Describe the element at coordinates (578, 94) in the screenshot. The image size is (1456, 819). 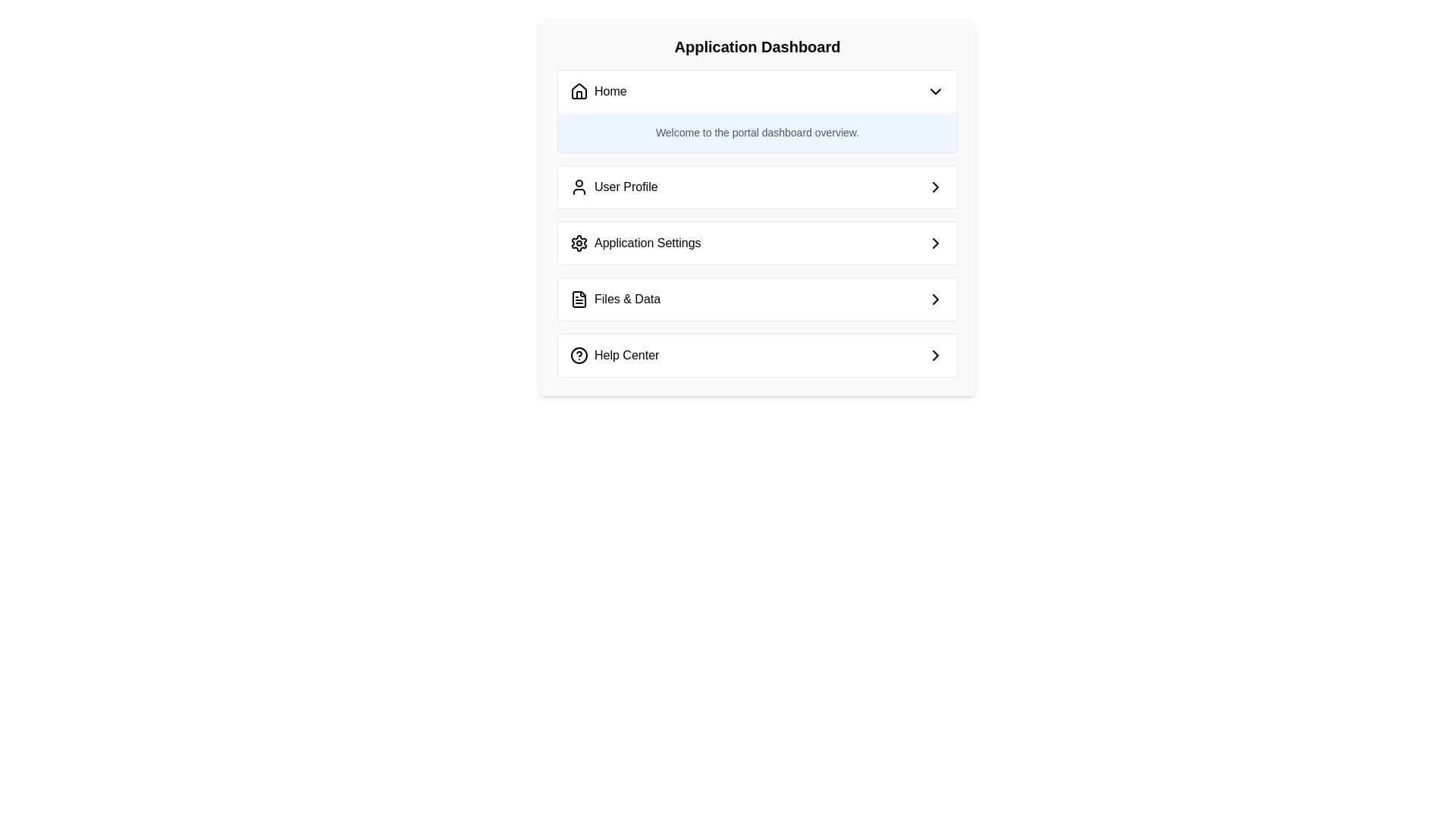
I see `the decorative 'Home' navigation vector graphic component located in the first row of the application dashboard's SVG representation` at that location.